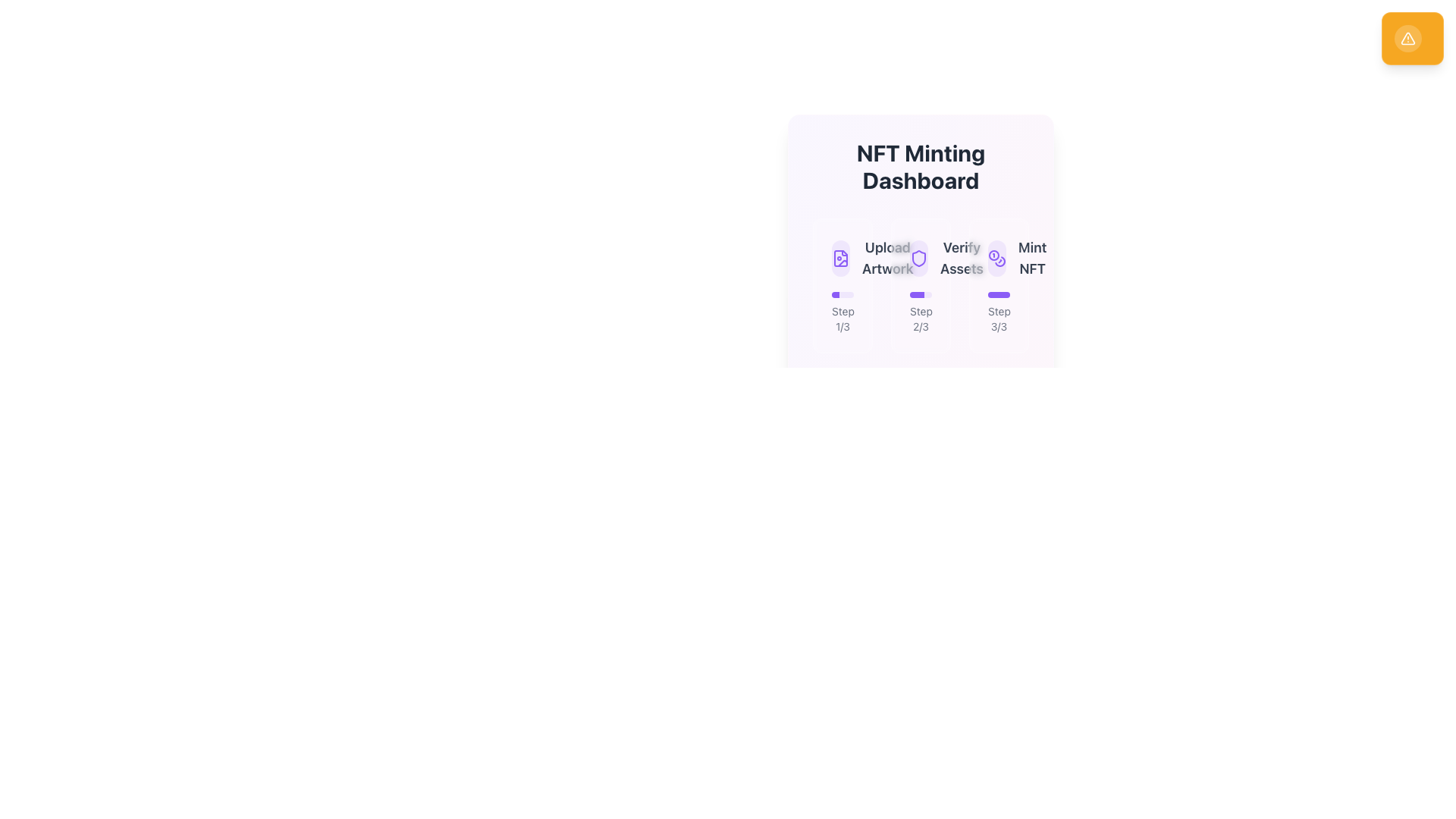  I want to click on the Text Label that indicates the current step (2 out of 3) in the sequential navigation process, positioned centrally within the 'Verify Assets' section, so click(920, 318).